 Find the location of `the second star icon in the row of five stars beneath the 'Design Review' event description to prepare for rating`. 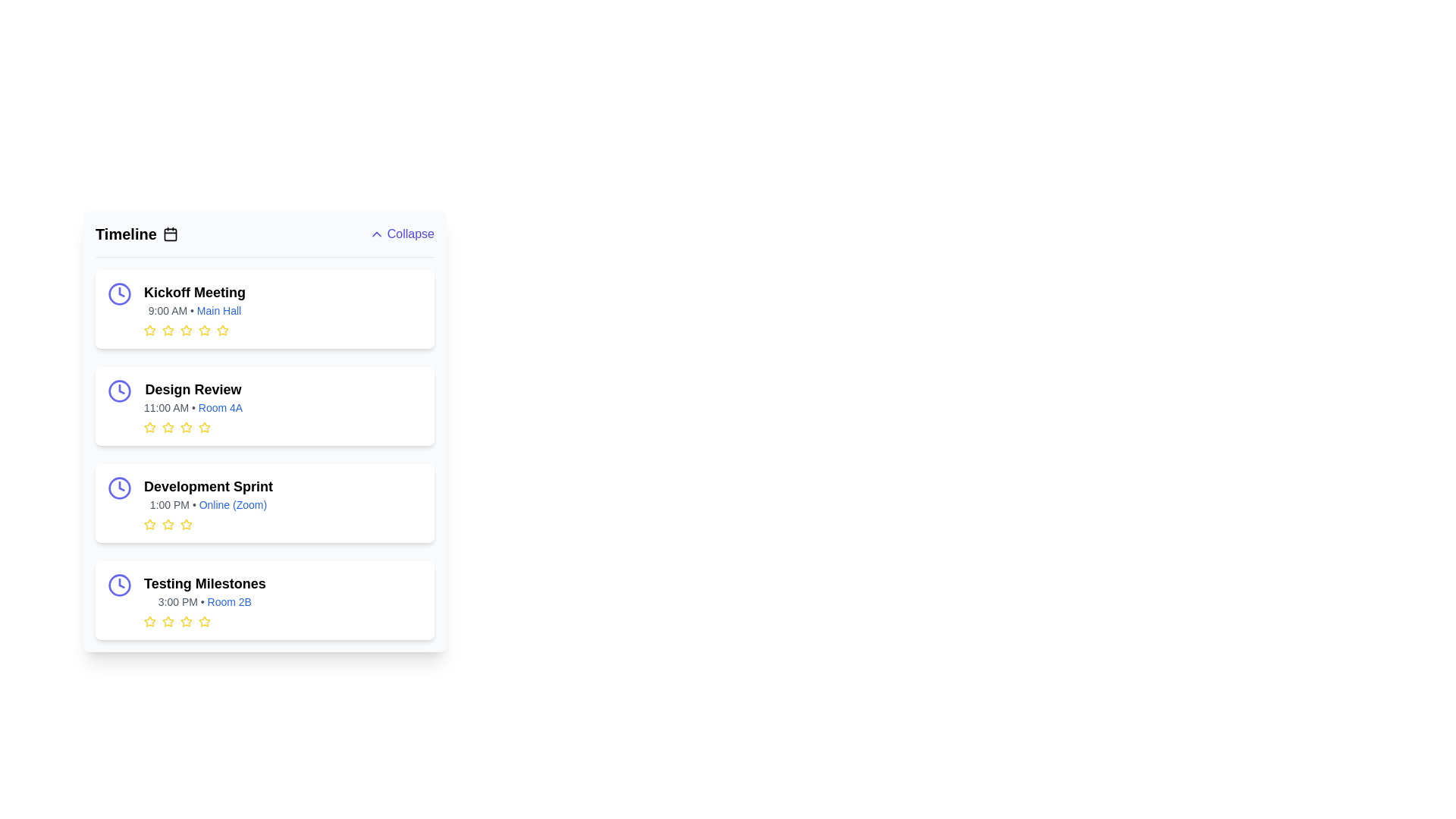

the second star icon in the row of five stars beneath the 'Design Review' event description to prepare for rating is located at coordinates (185, 427).